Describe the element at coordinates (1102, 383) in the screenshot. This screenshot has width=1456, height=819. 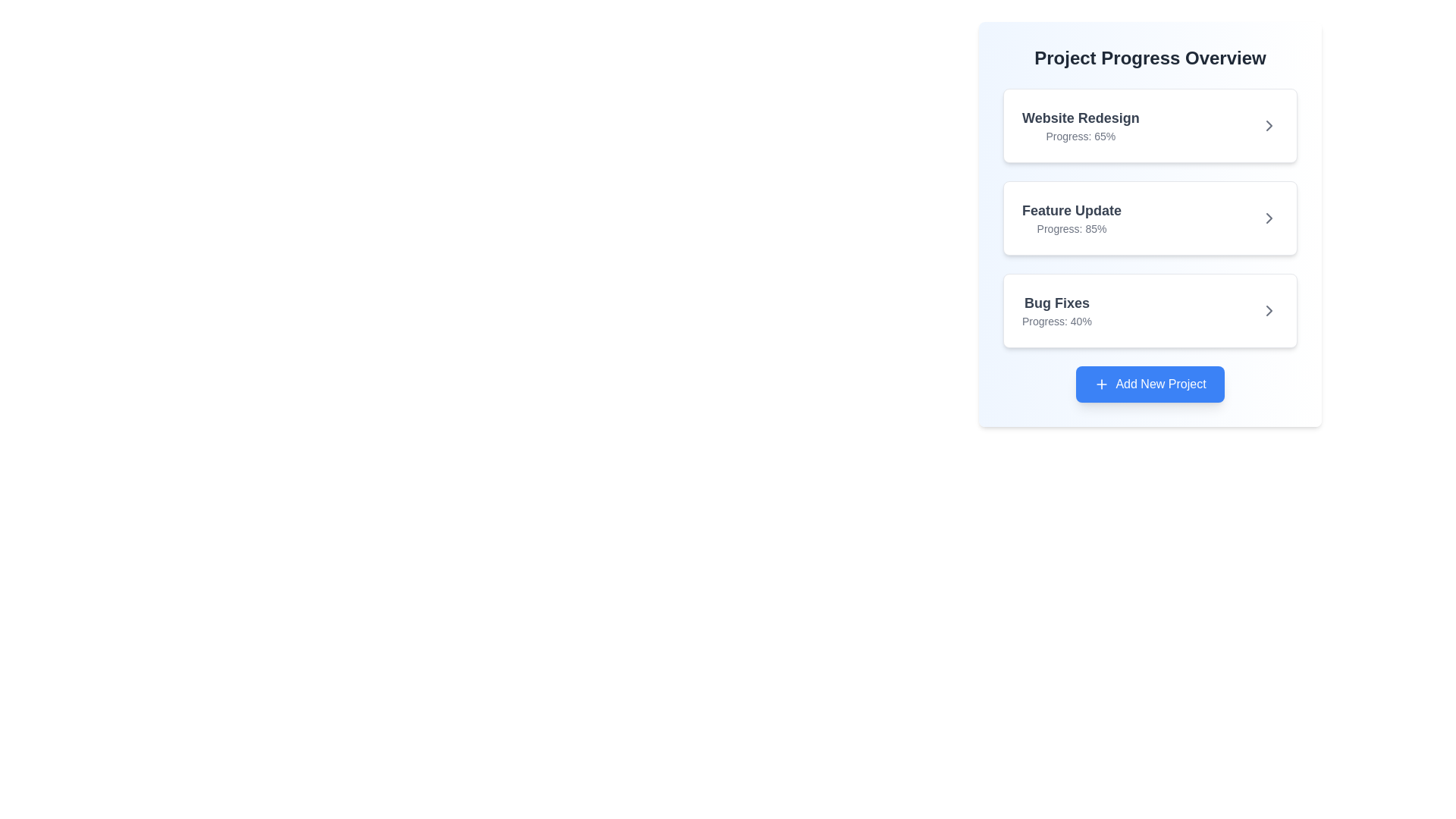
I see `the SVG details of the plus icon located on the blue button labeled 'Add New Project' at the bottom-right corner of the 'Project Progress Overview' card` at that location.